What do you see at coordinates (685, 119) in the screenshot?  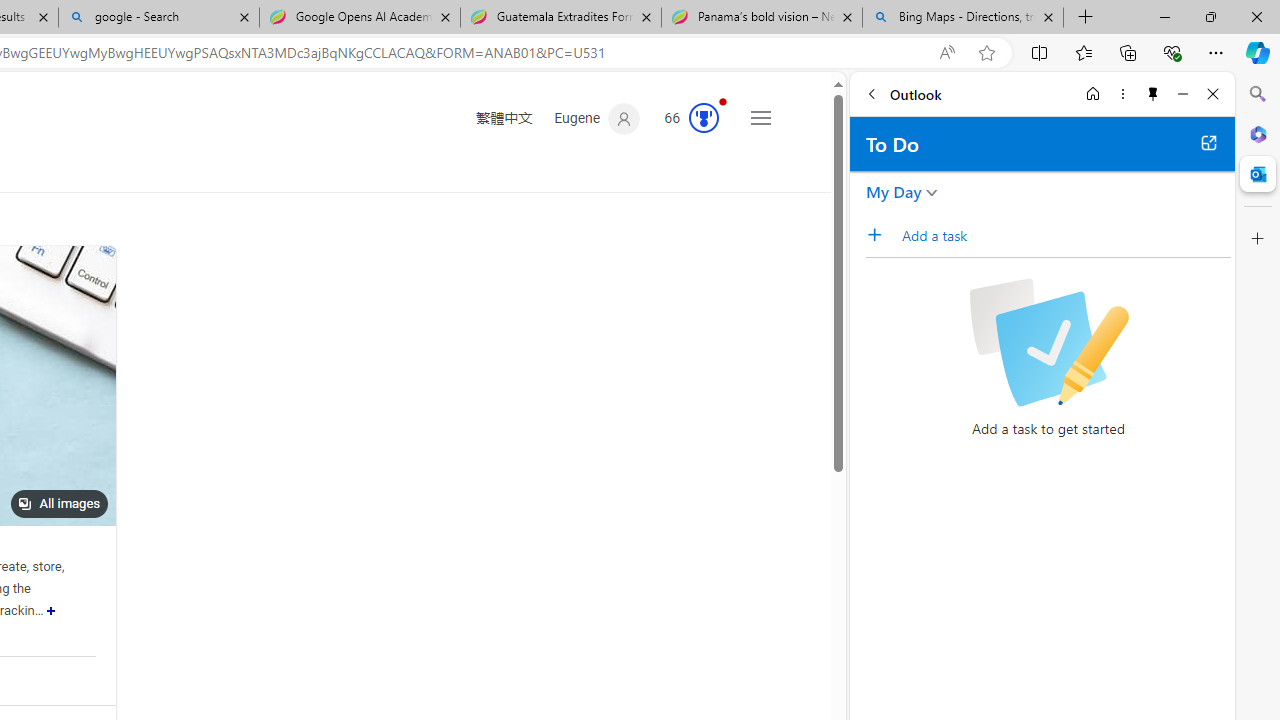 I see `'Microsoft Rewards 63'` at bounding box center [685, 119].